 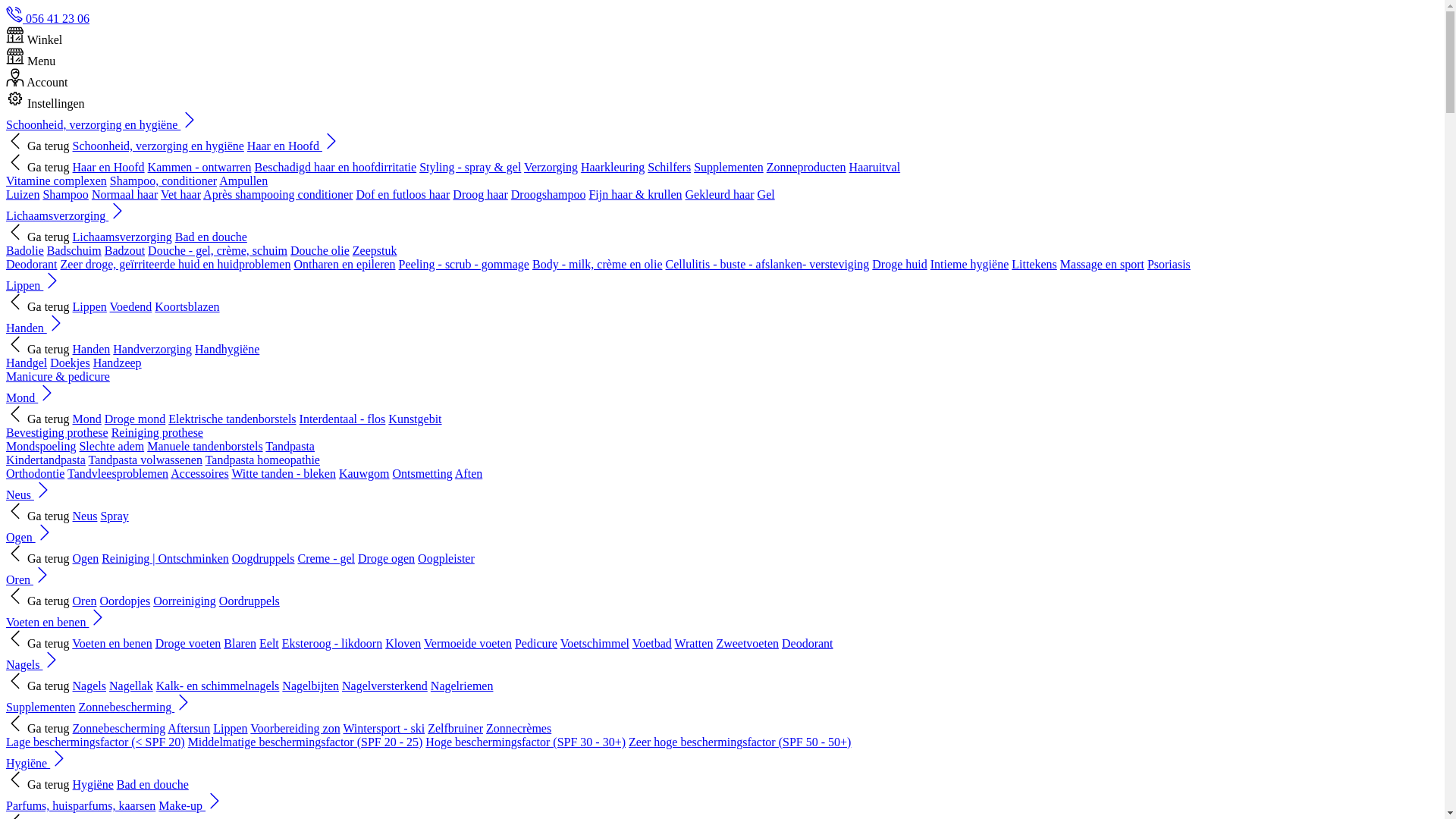 I want to click on 'Handzeep', so click(x=116, y=362).